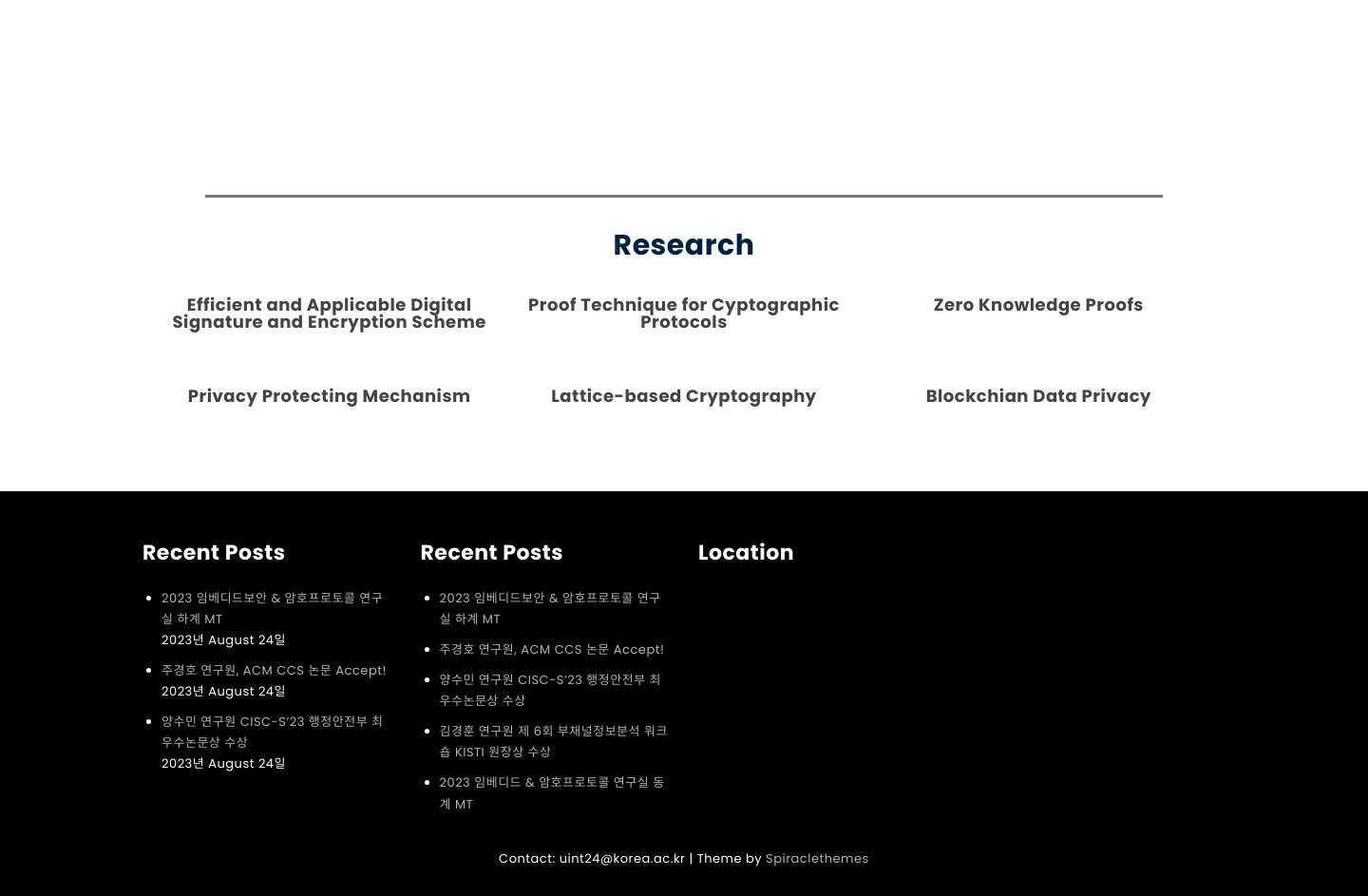 Image resolution: width=1368 pixels, height=896 pixels. Describe the element at coordinates (724, 856) in the screenshot. I see `'| Theme by'` at that location.